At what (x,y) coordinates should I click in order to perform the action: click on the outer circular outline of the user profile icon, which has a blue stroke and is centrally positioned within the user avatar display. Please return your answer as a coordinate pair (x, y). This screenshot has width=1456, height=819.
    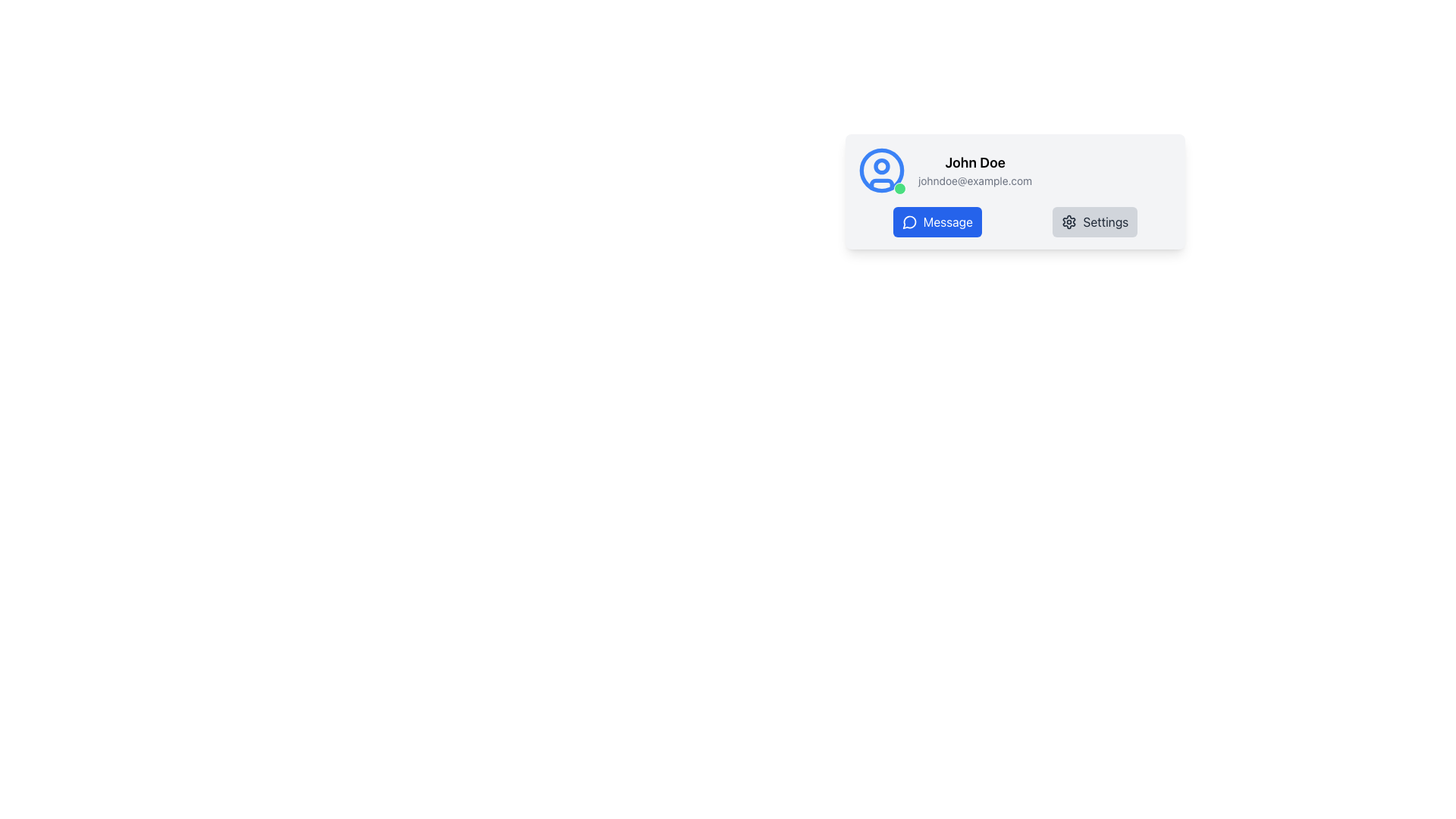
    Looking at the image, I should click on (881, 170).